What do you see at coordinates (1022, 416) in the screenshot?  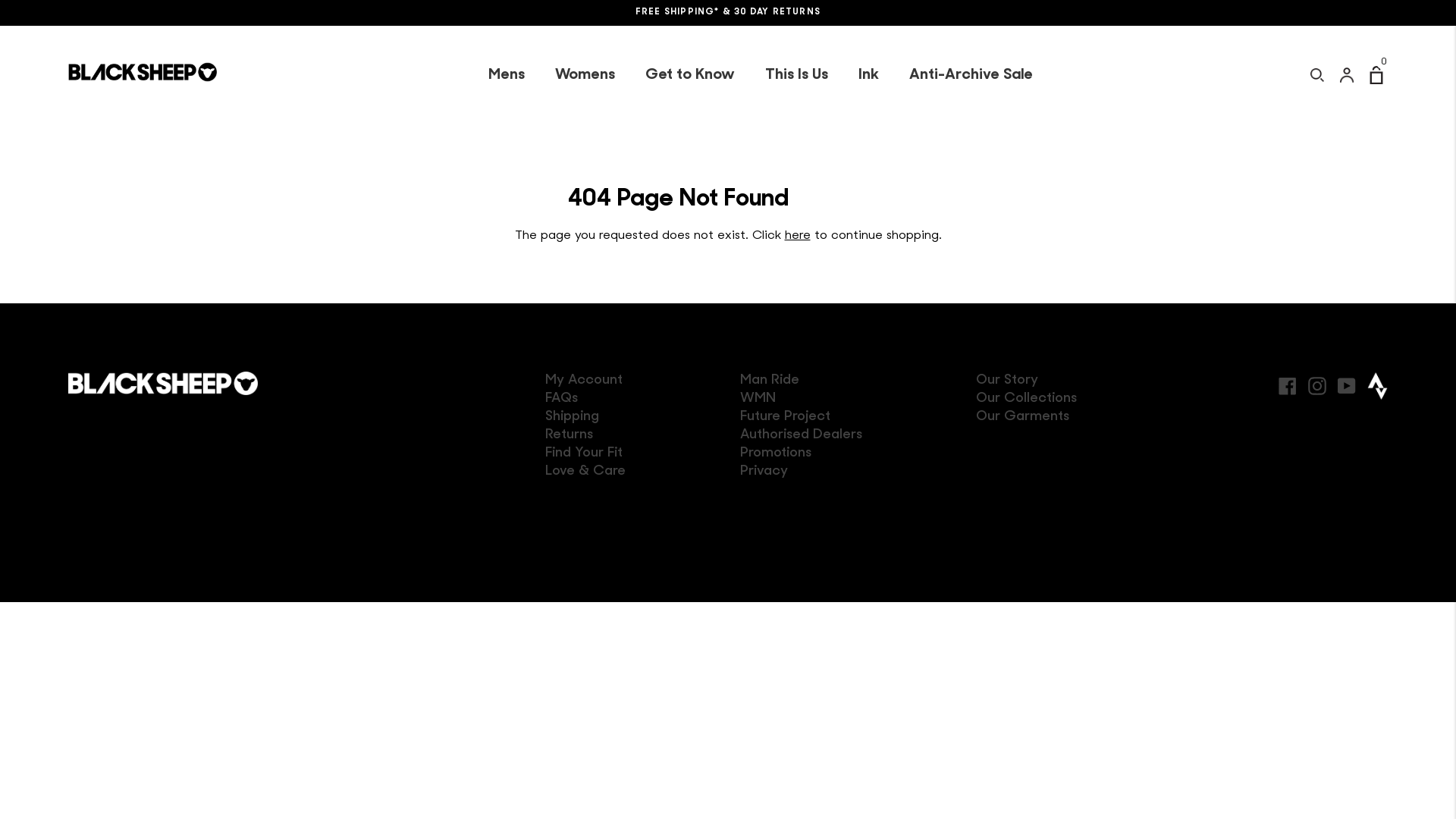 I see `'Our Garments'` at bounding box center [1022, 416].